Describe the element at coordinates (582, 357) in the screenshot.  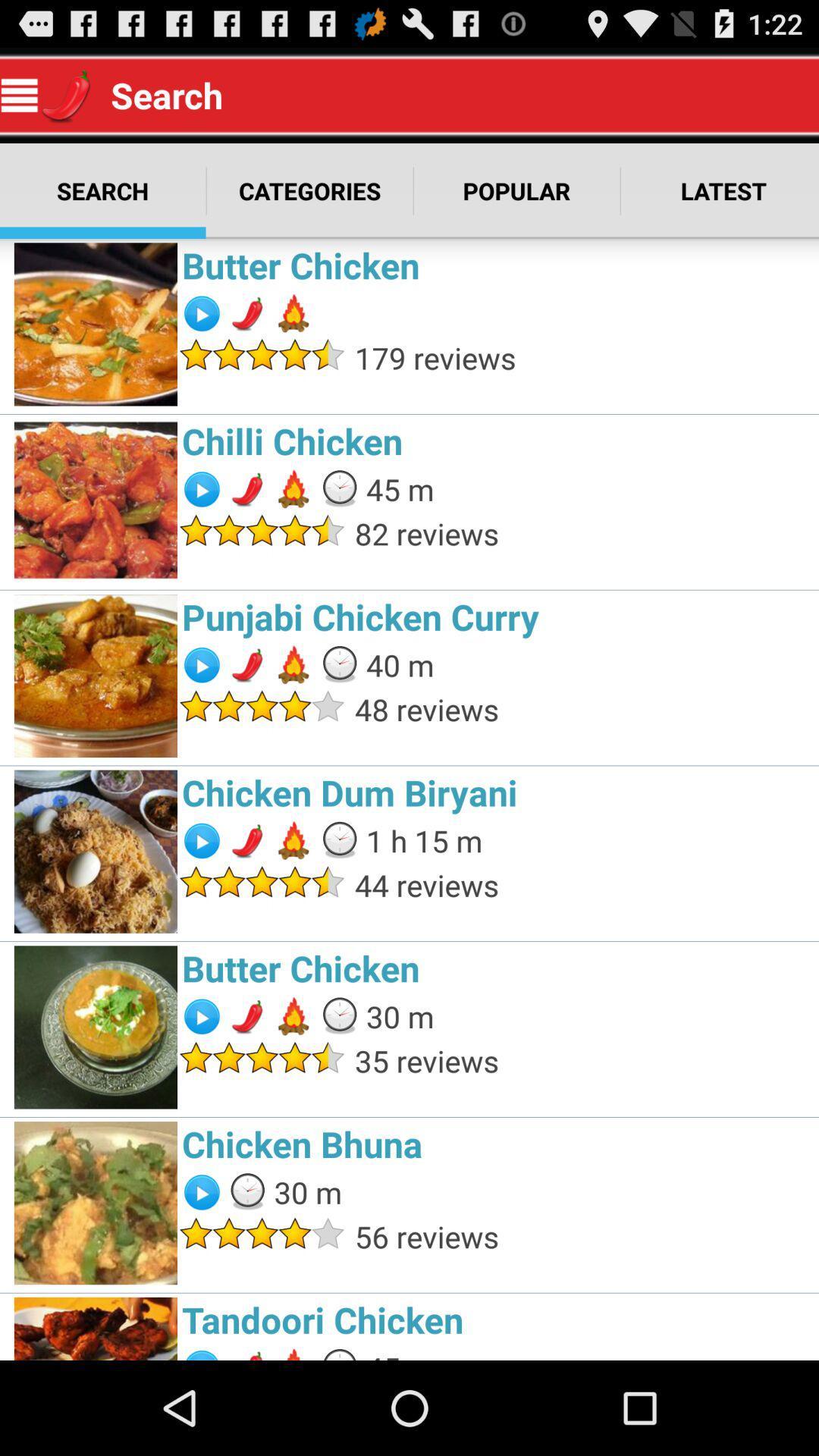
I see `icon below butter chicken item` at that location.